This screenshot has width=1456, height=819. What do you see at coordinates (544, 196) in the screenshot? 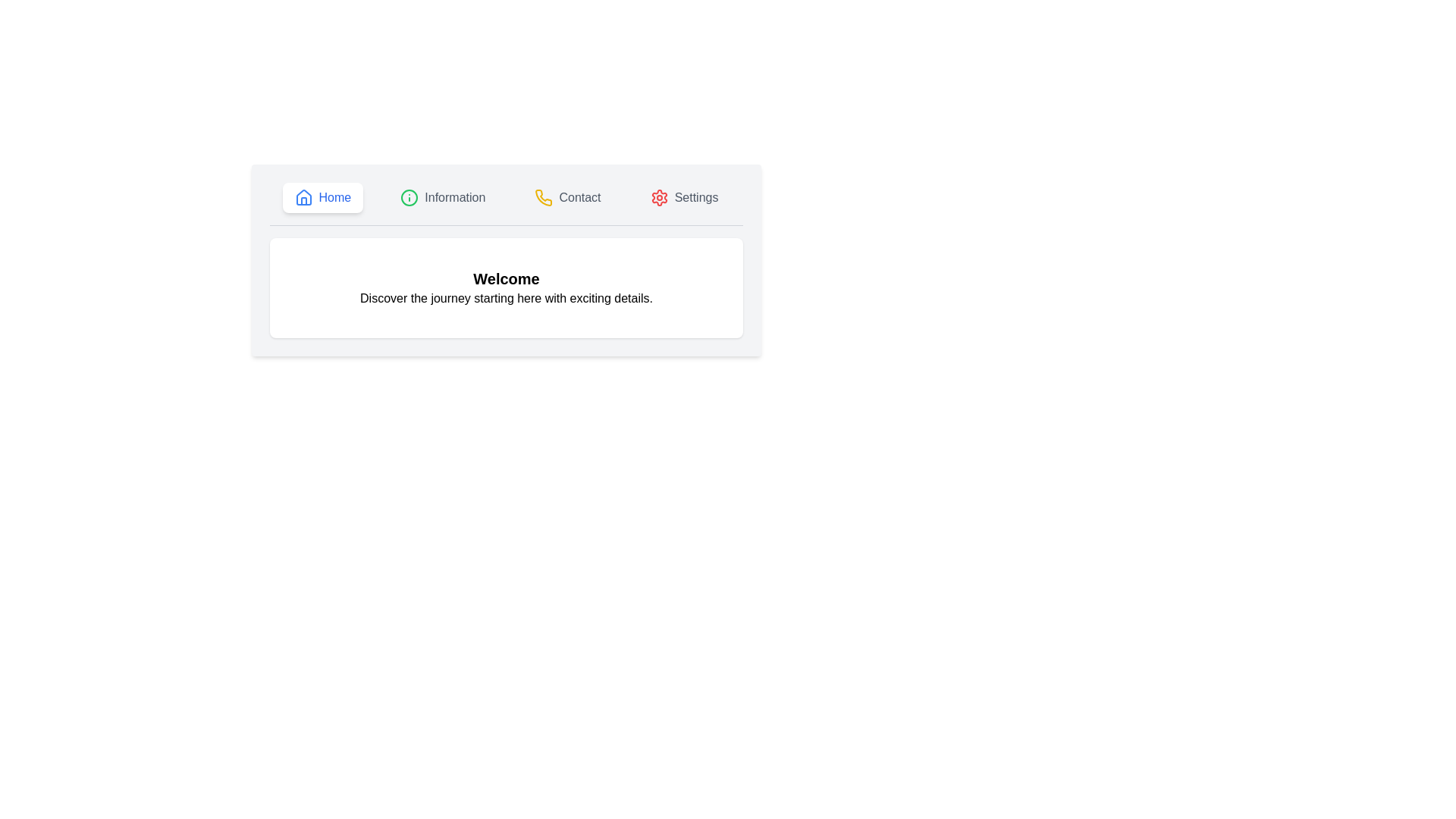
I see `the yellow phone icon located in the header navigation bar` at bounding box center [544, 196].